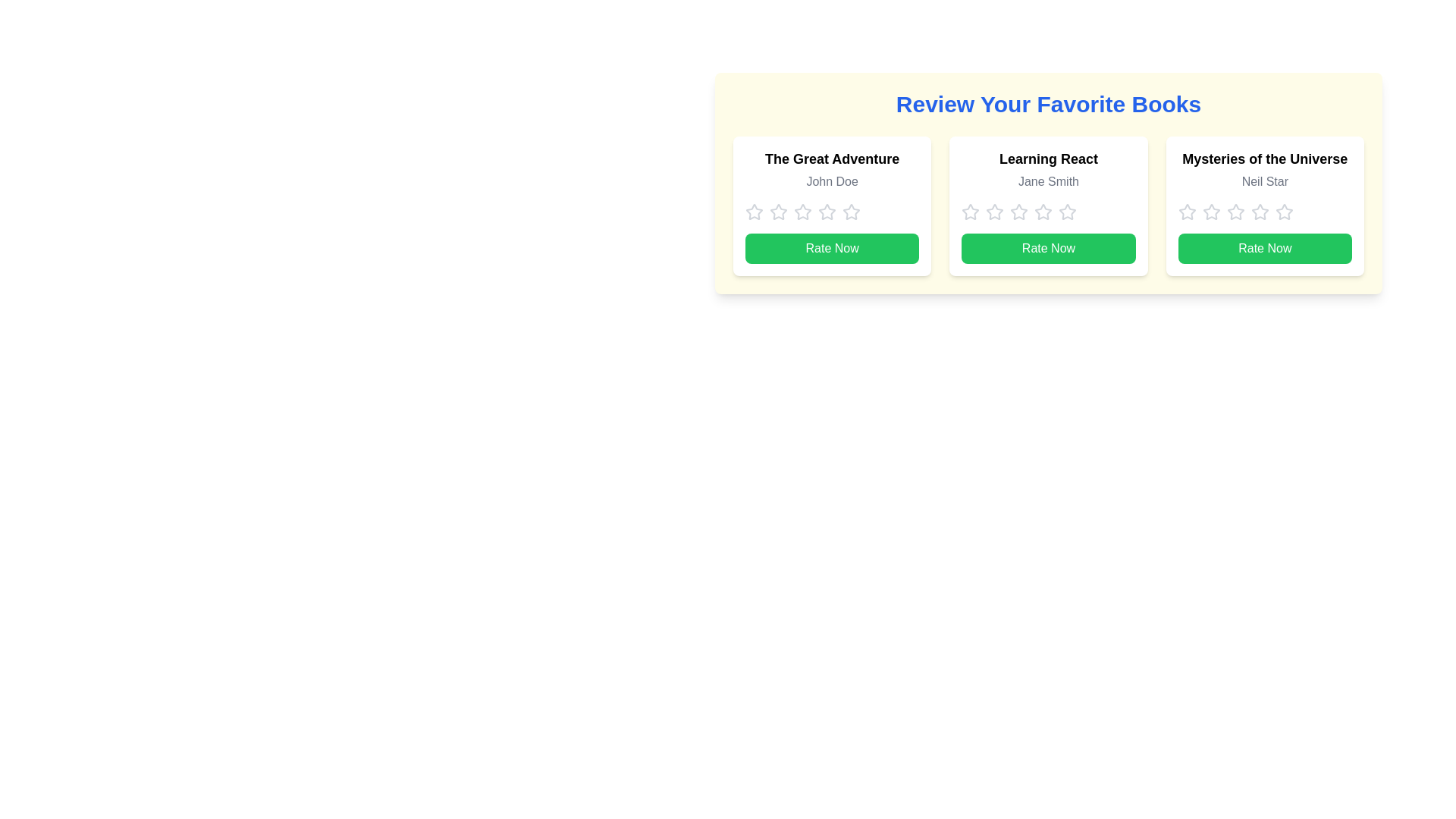 This screenshot has width=1456, height=819. I want to click on on the star icon in the rating component of the card titled 'Mysteries of the Universe' by Neil Star, so click(1265, 212).